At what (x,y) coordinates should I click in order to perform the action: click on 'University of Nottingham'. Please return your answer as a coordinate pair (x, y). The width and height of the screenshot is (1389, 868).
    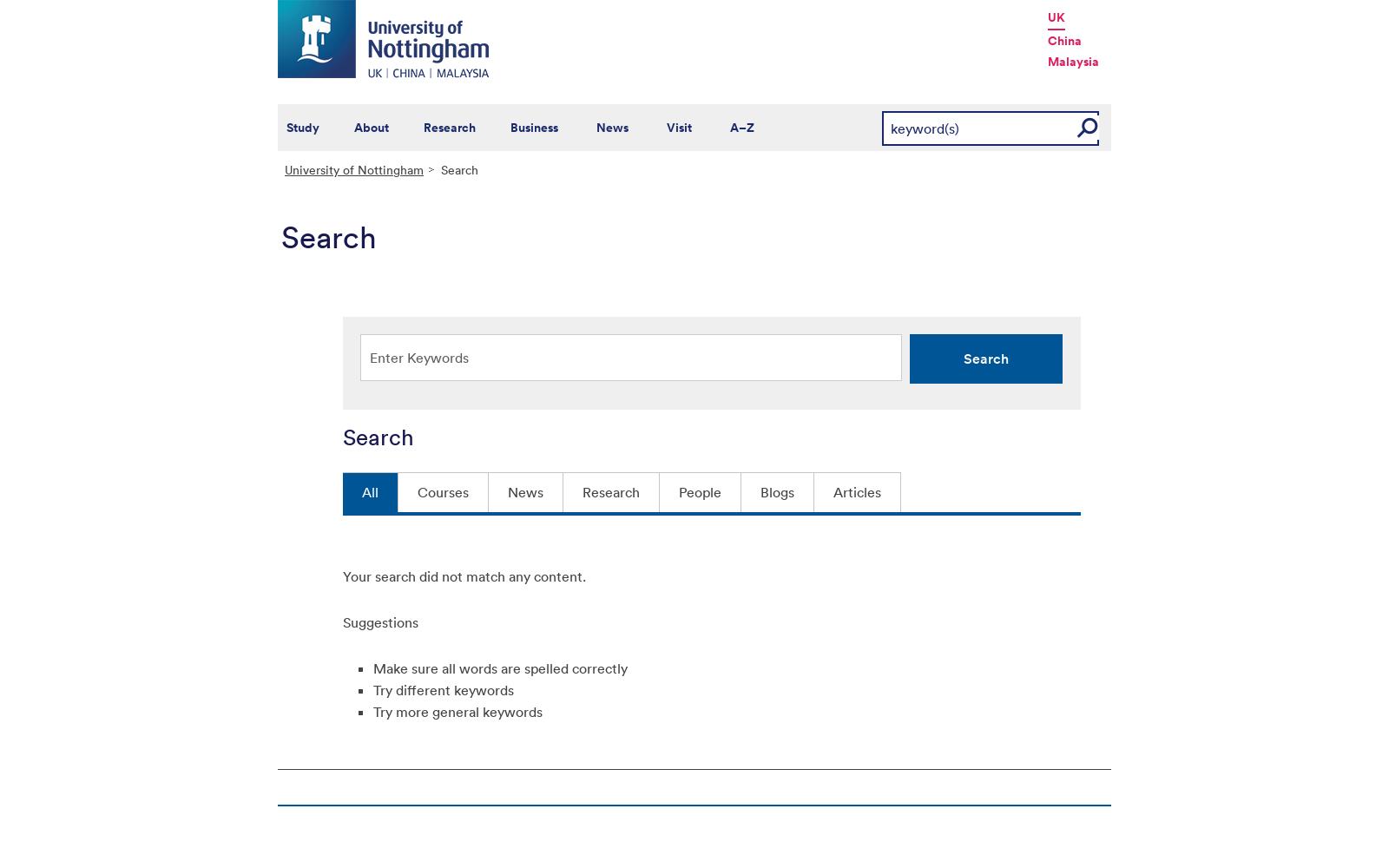
    Looking at the image, I should click on (353, 168).